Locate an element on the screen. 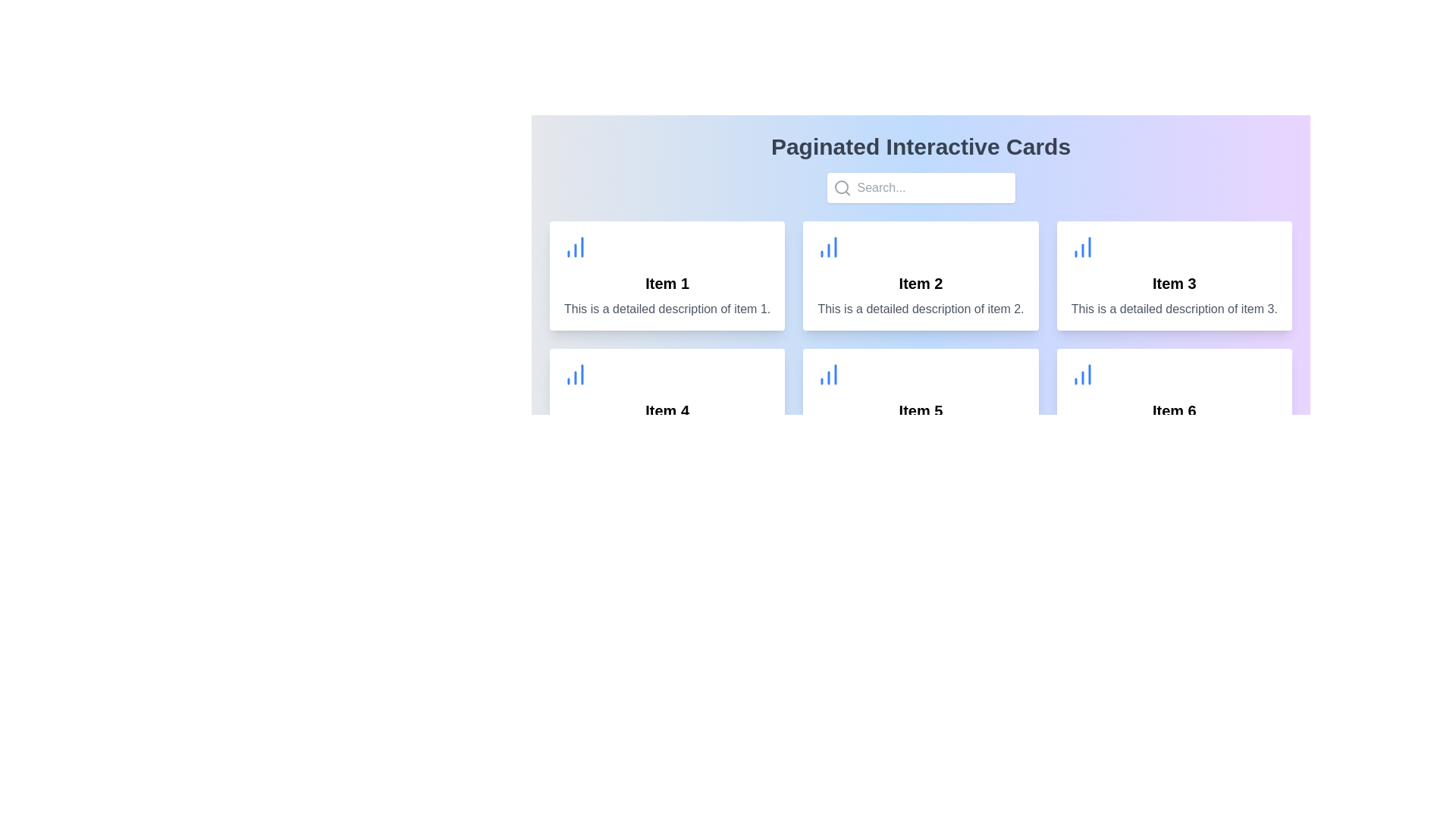 The image size is (1456, 819). the bold, black stylized text label reading 'Item 2' located in the center of the card's header section in the second column of the first row is located at coordinates (920, 284).